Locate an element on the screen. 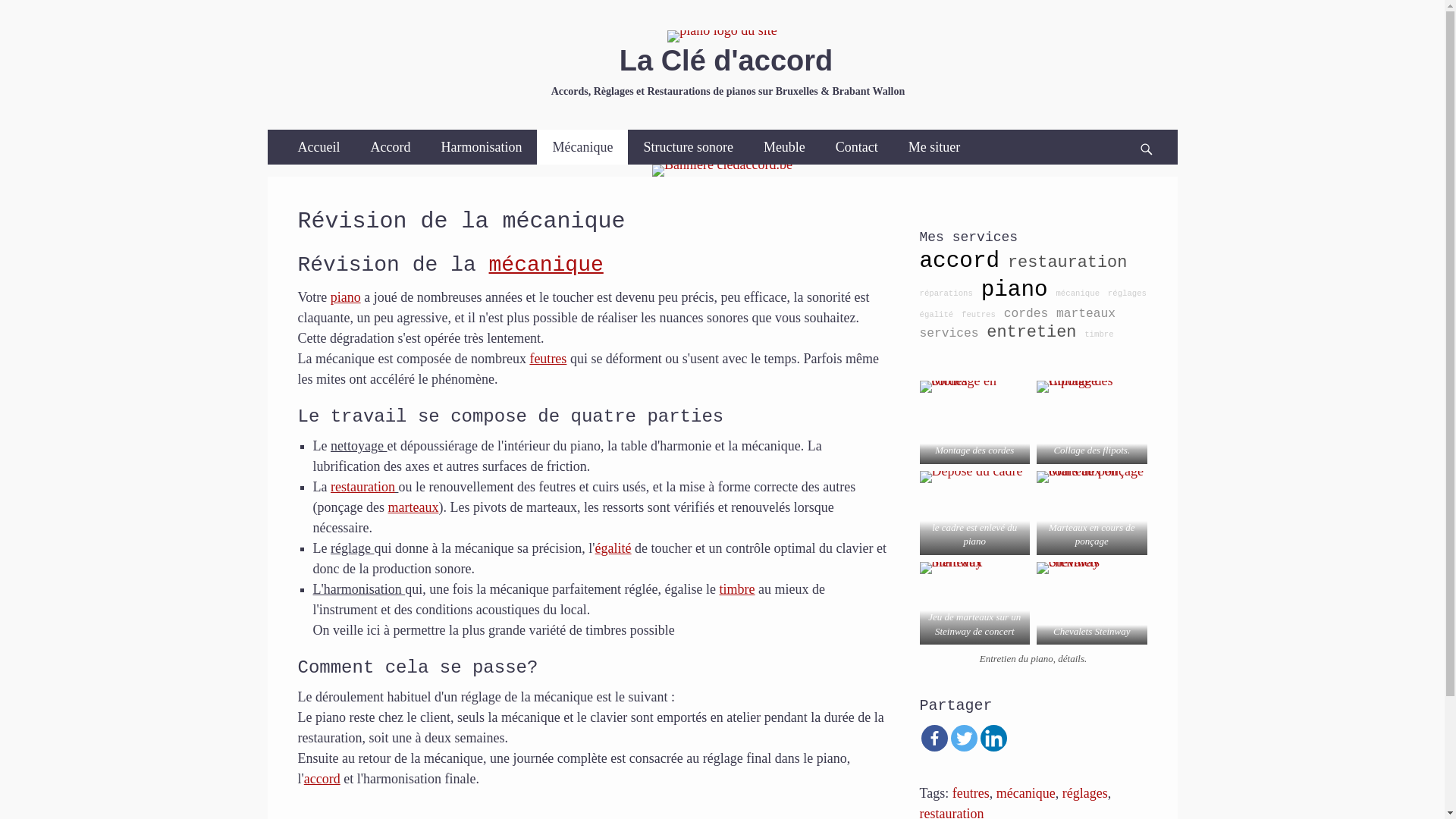 The image size is (1456, 819). 'cordes' is located at coordinates (1004, 312).